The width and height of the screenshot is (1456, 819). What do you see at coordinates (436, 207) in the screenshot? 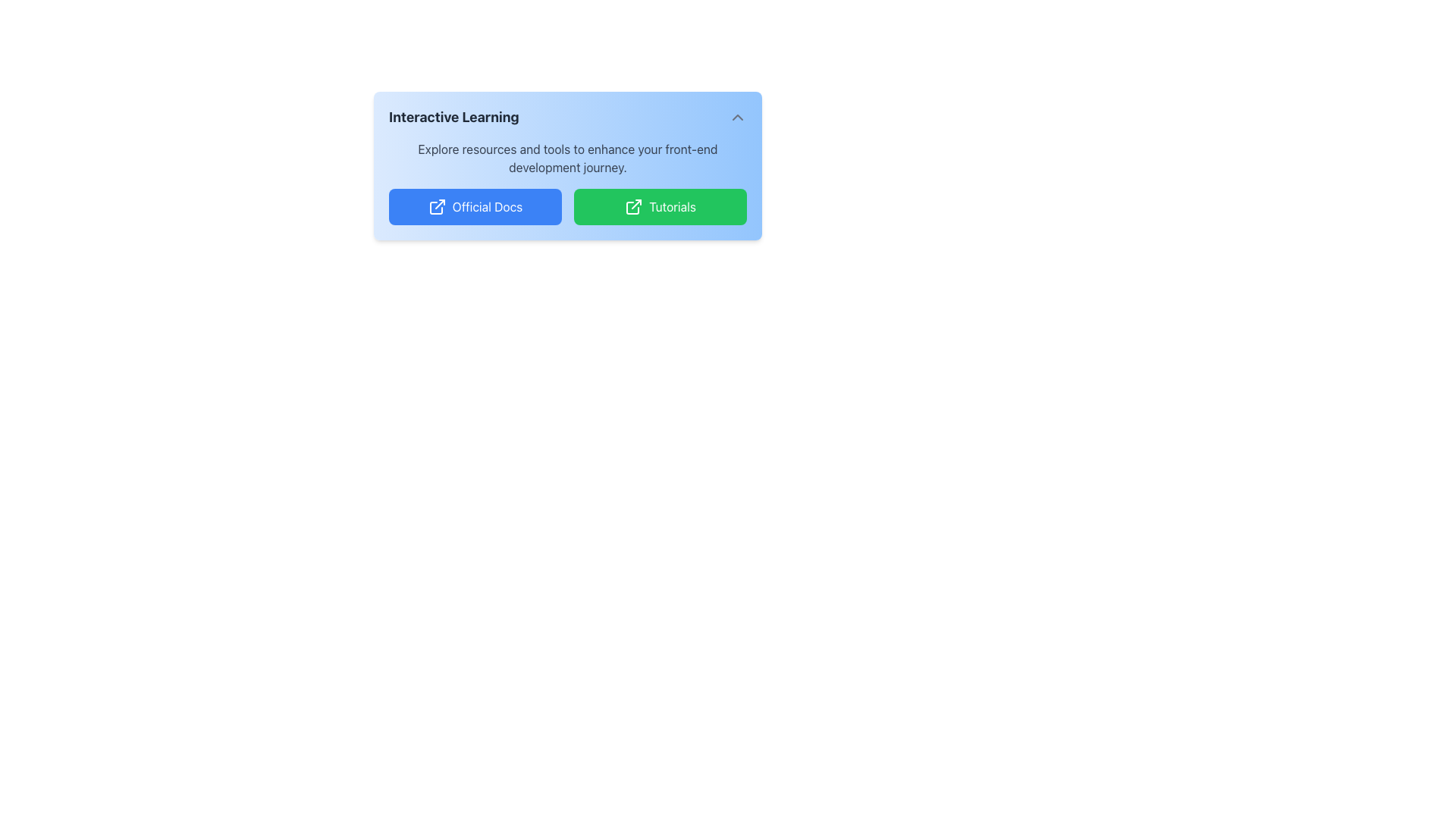
I see `the graphical icon located to the left of the text on the 'Official Docs' button for visual feedback` at bounding box center [436, 207].